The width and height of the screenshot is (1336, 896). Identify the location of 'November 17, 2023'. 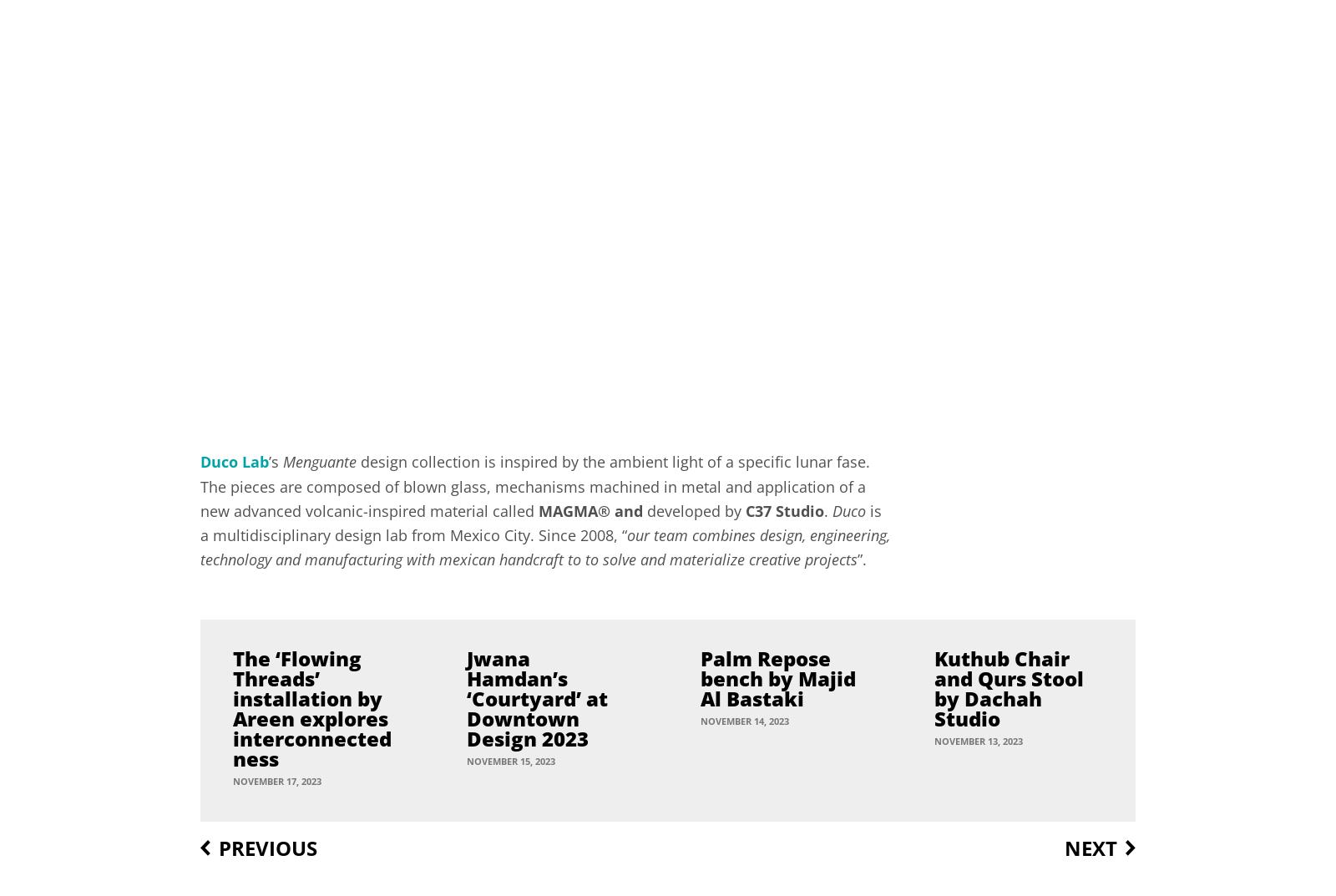
(233, 780).